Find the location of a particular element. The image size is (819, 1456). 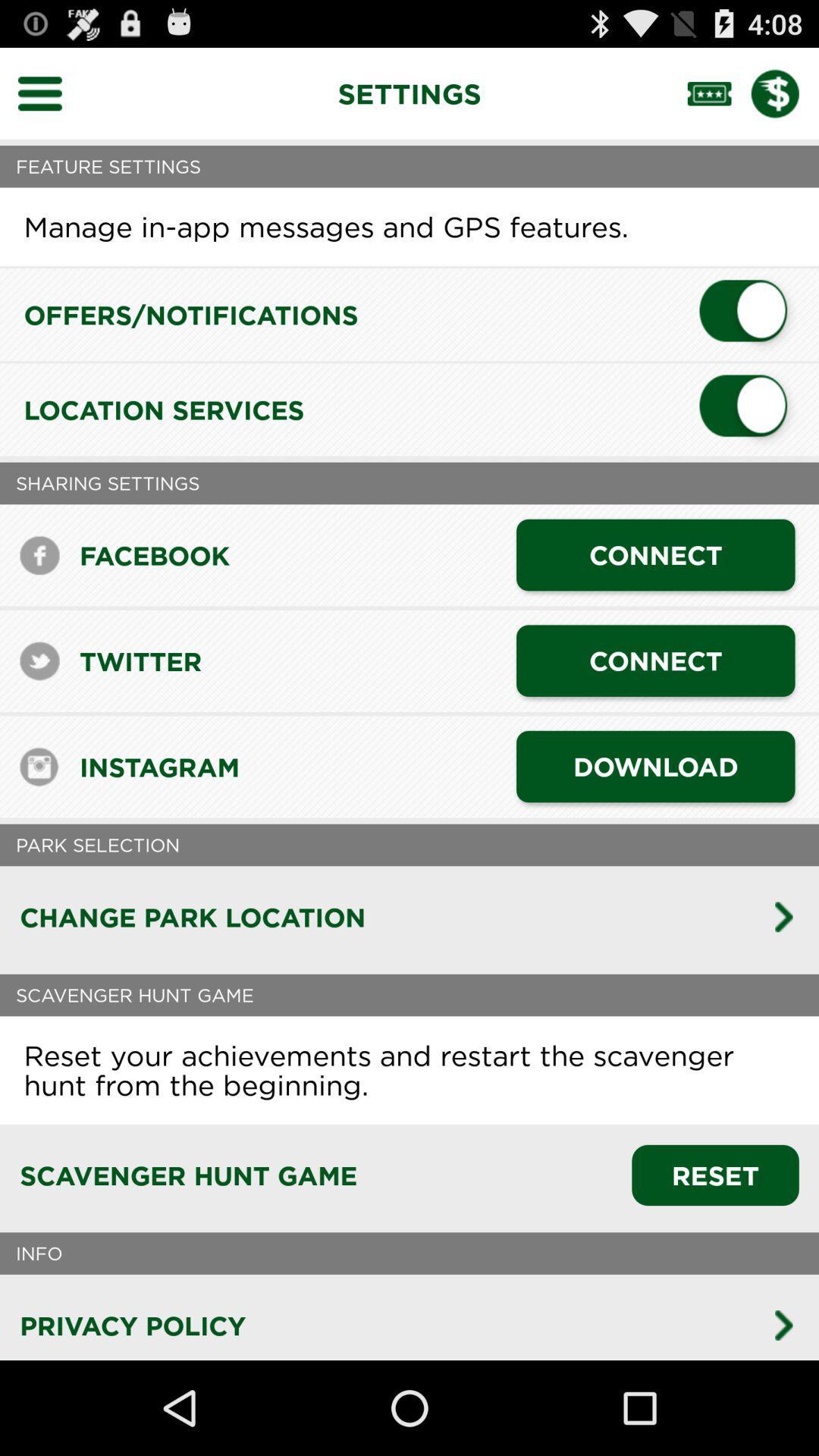

offers/notifications is located at coordinates (748, 314).